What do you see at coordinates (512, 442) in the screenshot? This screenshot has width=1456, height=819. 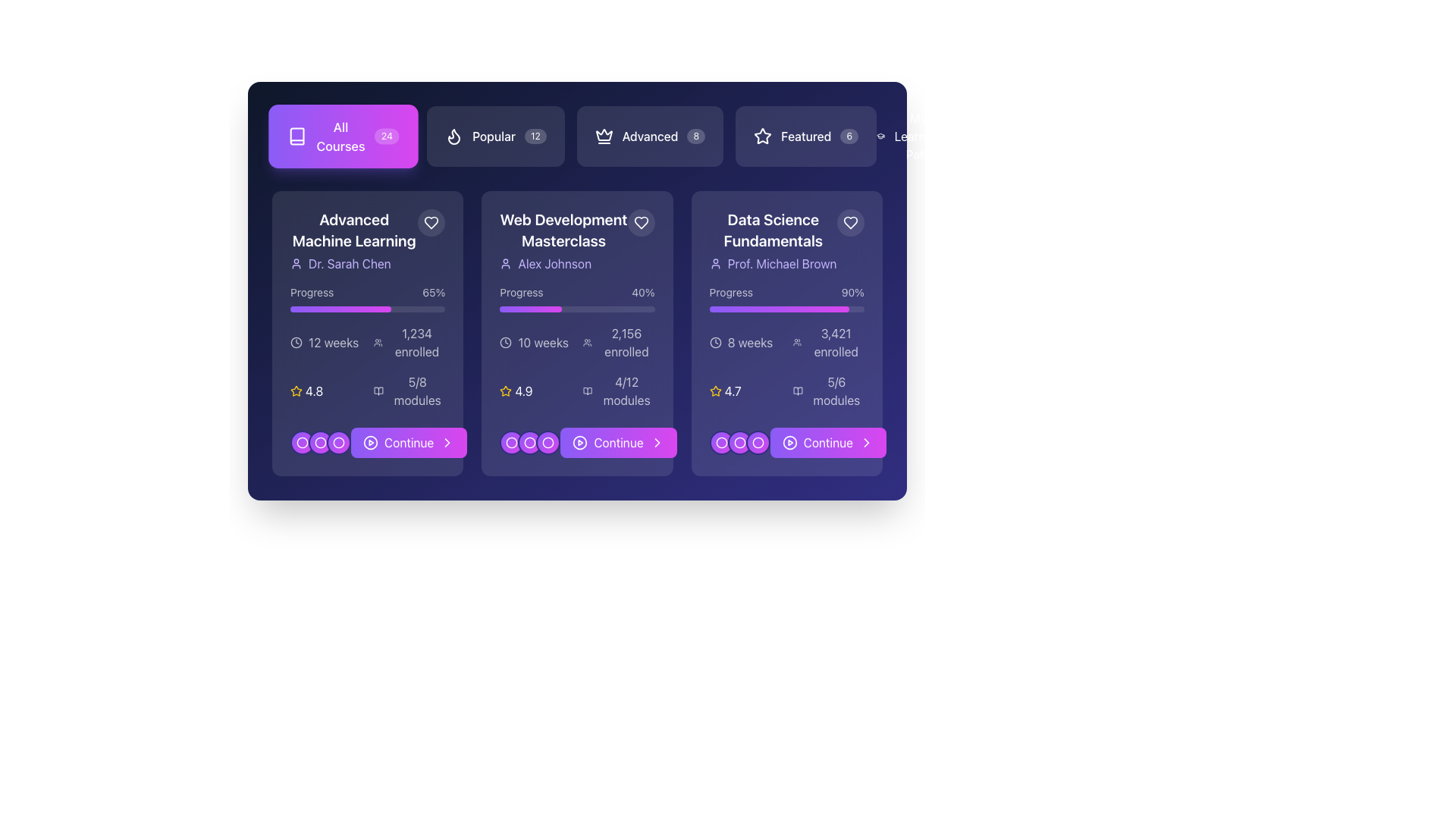 I see `the second circular icon in the progress section of the 'Web Development Masterclass' card` at bounding box center [512, 442].